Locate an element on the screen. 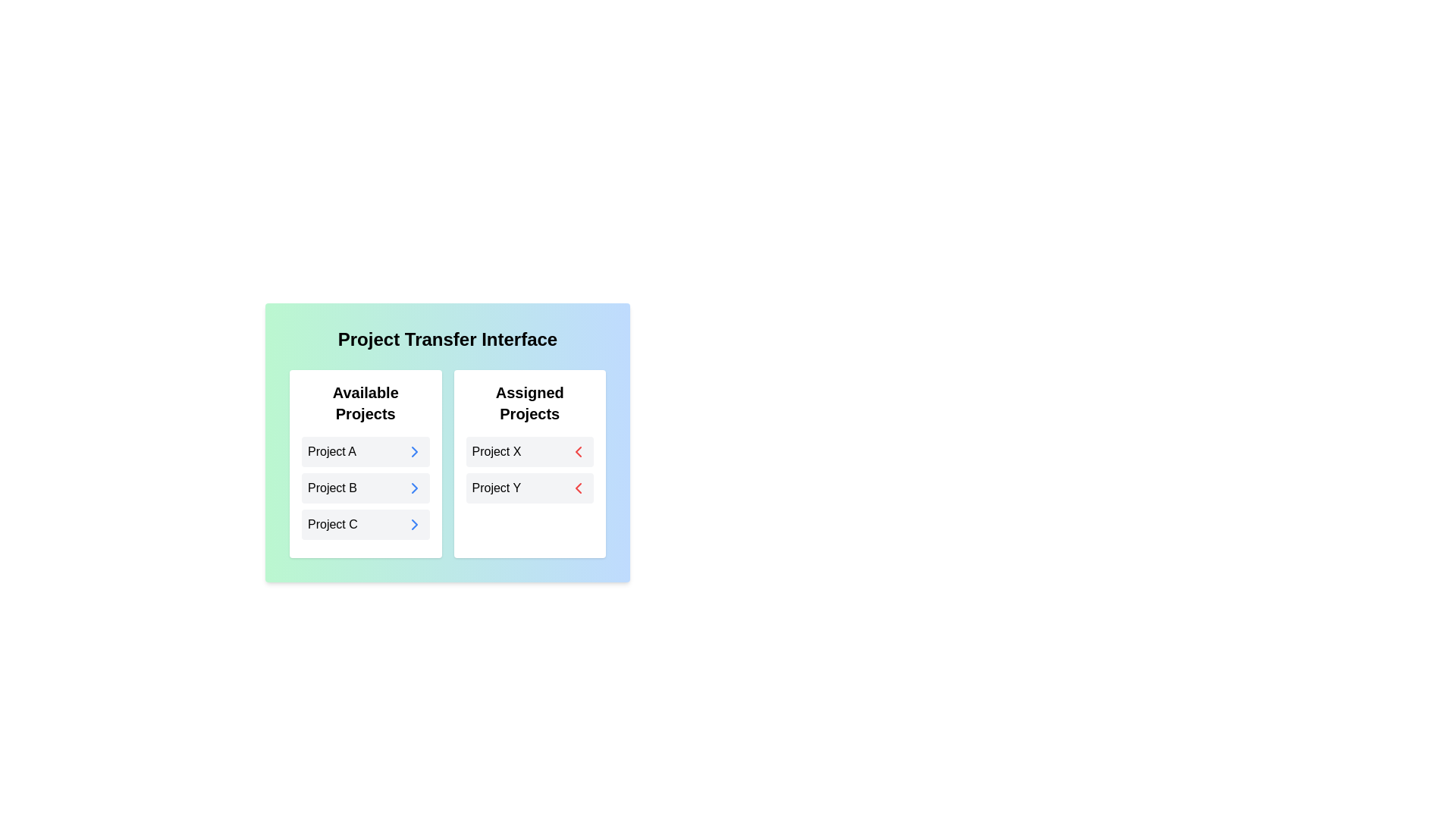  the blue chevron icon button located to the far-right side of the list item labeled 'Project A' in the 'Available Projects' section is located at coordinates (414, 451).